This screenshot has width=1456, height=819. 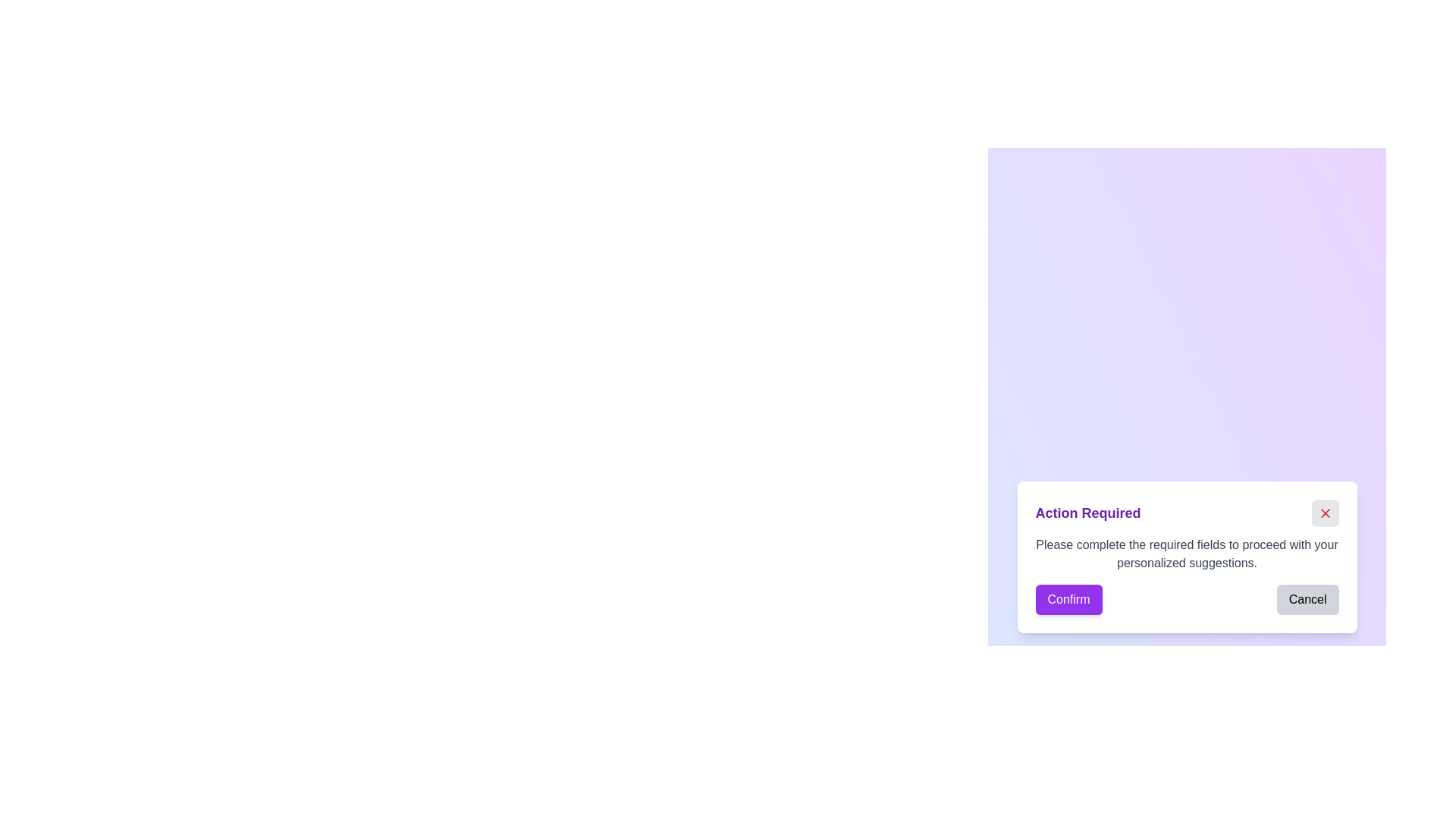 What do you see at coordinates (1068, 598) in the screenshot?
I see `the 'Confirm' button located at the bottom-left of the dialog box to confirm the action` at bounding box center [1068, 598].